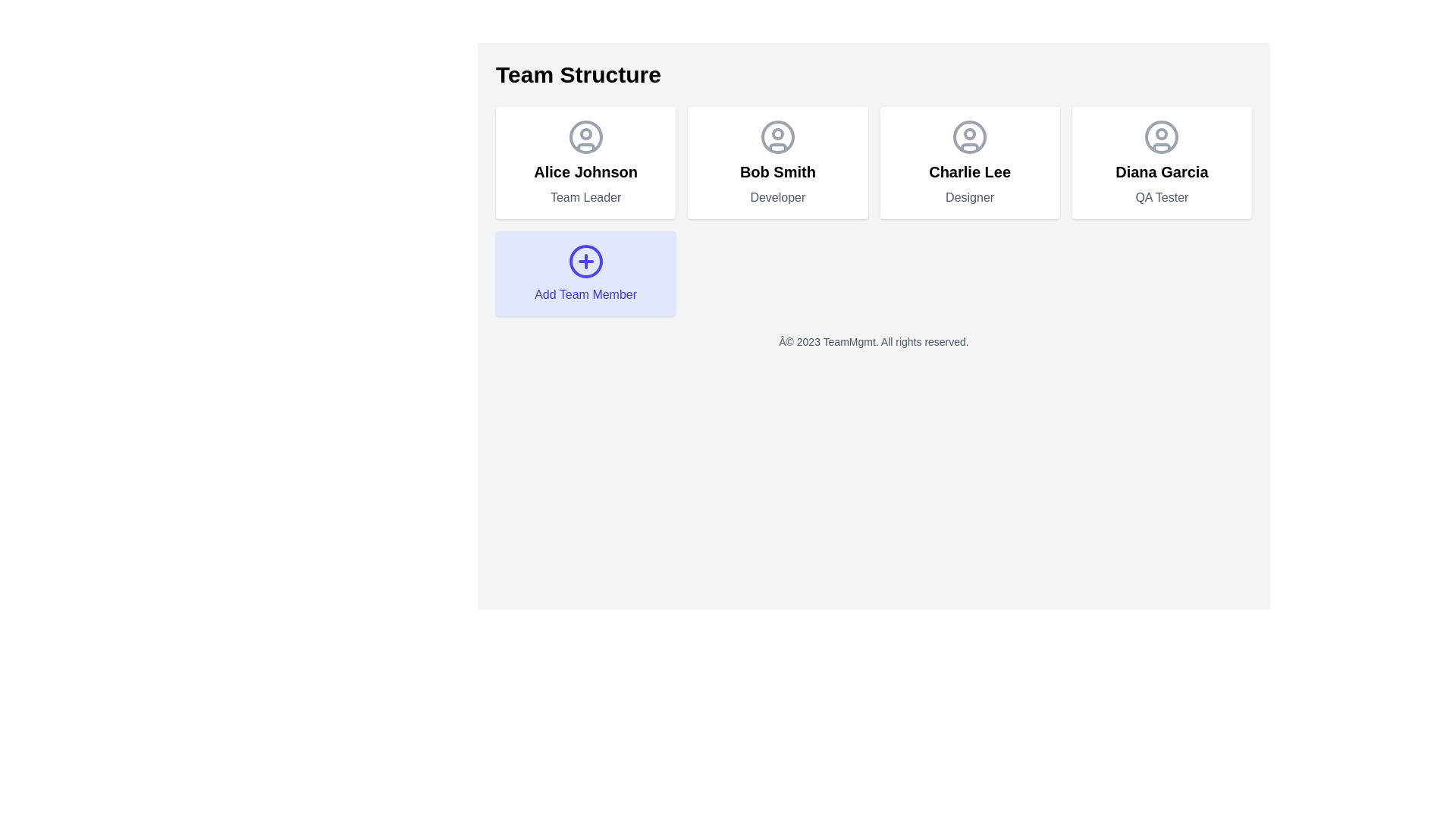  Describe the element at coordinates (969, 137) in the screenshot. I see `the user icon with a gray outline representing a user, which is positioned above the text 'Charlie Lee' and 'Designer' in the third card layout from the left` at that location.